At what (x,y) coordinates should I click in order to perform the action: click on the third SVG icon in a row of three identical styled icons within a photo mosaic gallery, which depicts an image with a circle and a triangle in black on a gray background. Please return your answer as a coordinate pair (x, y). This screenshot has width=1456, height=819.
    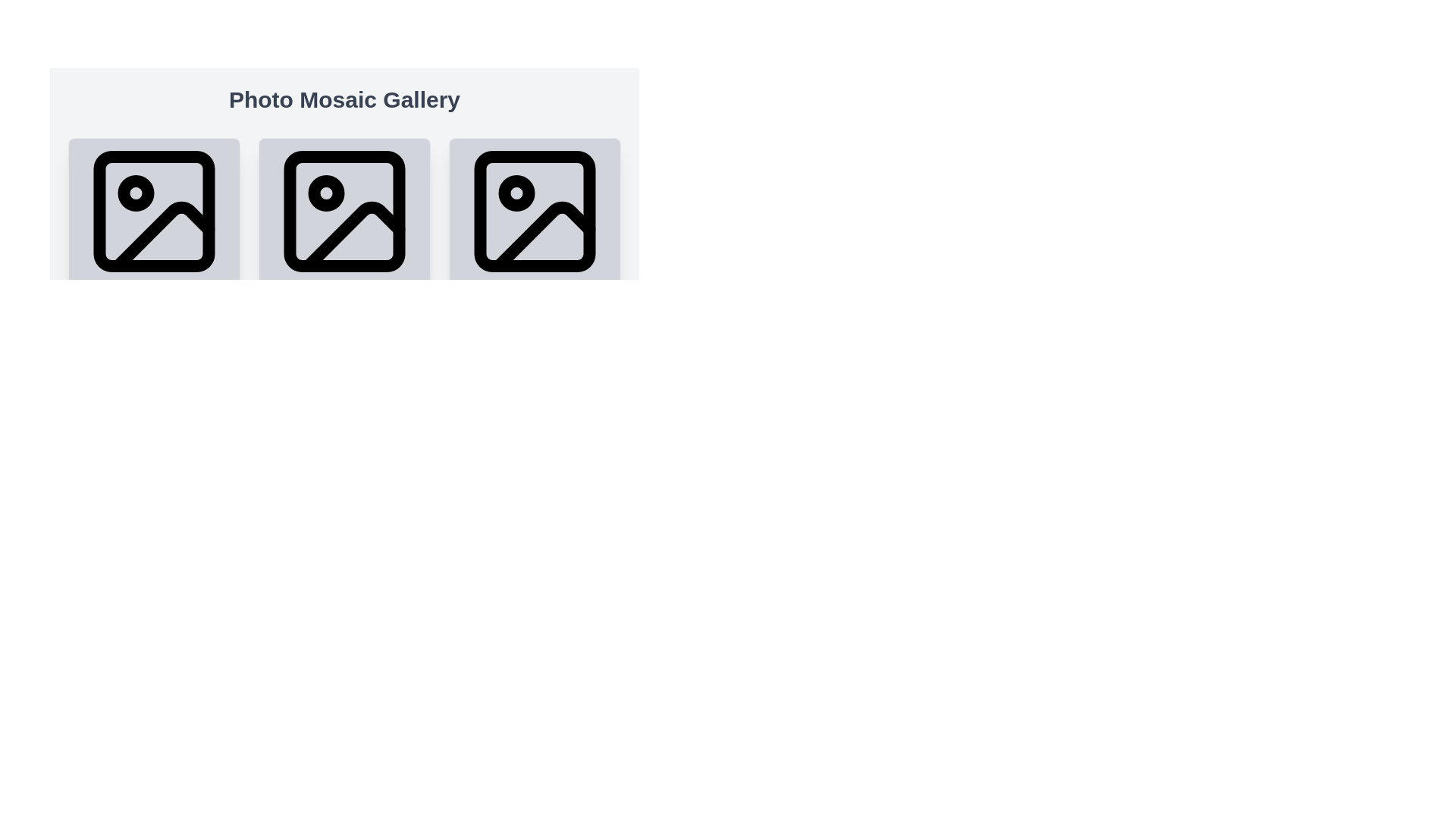
    Looking at the image, I should click on (535, 211).